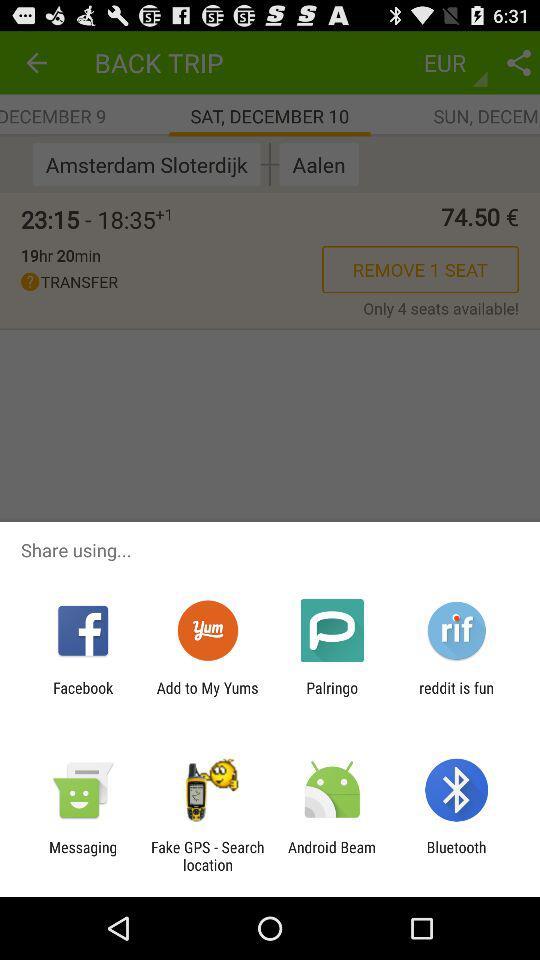  What do you see at coordinates (456, 696) in the screenshot?
I see `the reddit is fun icon` at bounding box center [456, 696].